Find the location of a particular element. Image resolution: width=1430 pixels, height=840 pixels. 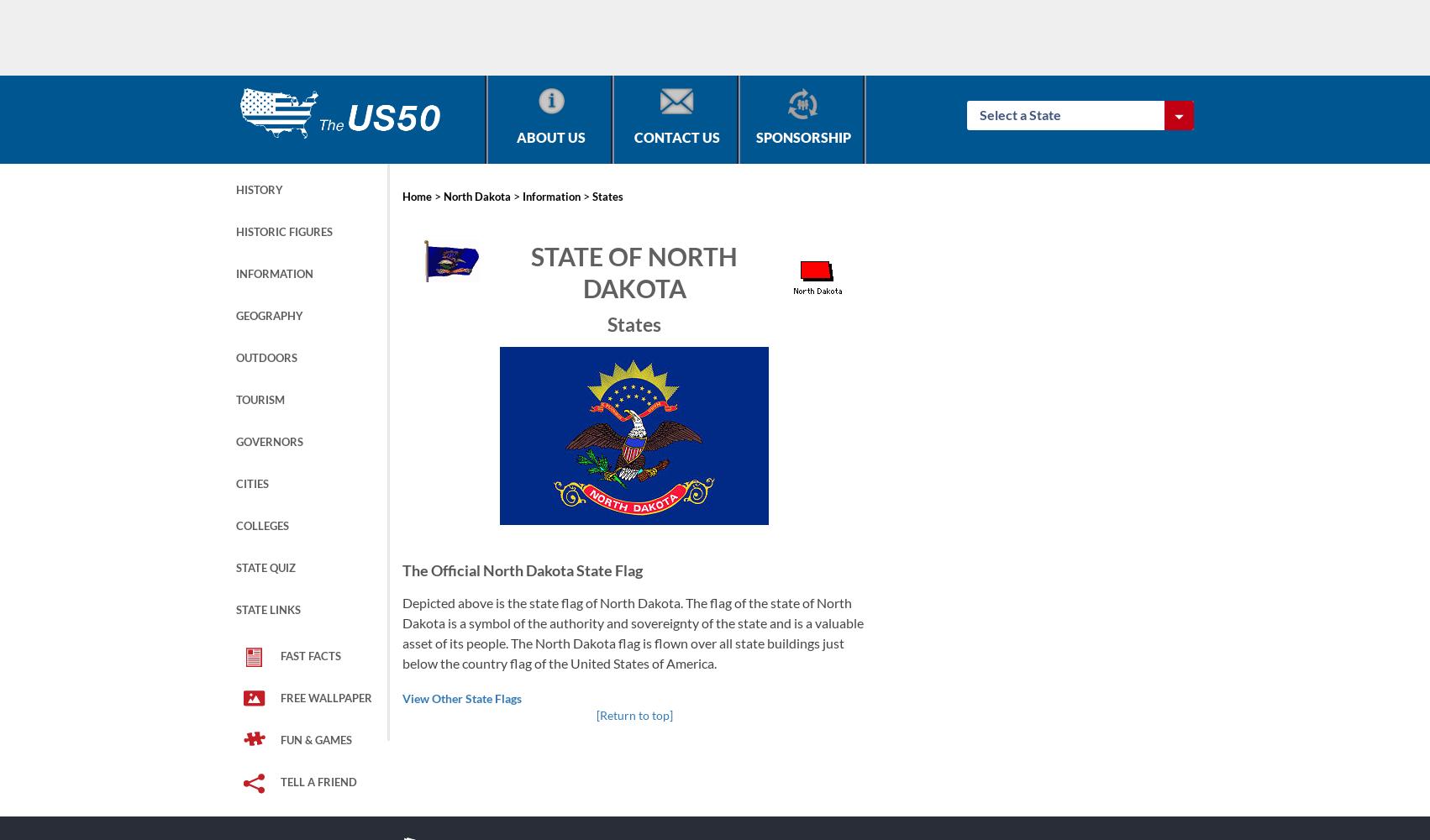

'Outdoors' is located at coordinates (235, 358).